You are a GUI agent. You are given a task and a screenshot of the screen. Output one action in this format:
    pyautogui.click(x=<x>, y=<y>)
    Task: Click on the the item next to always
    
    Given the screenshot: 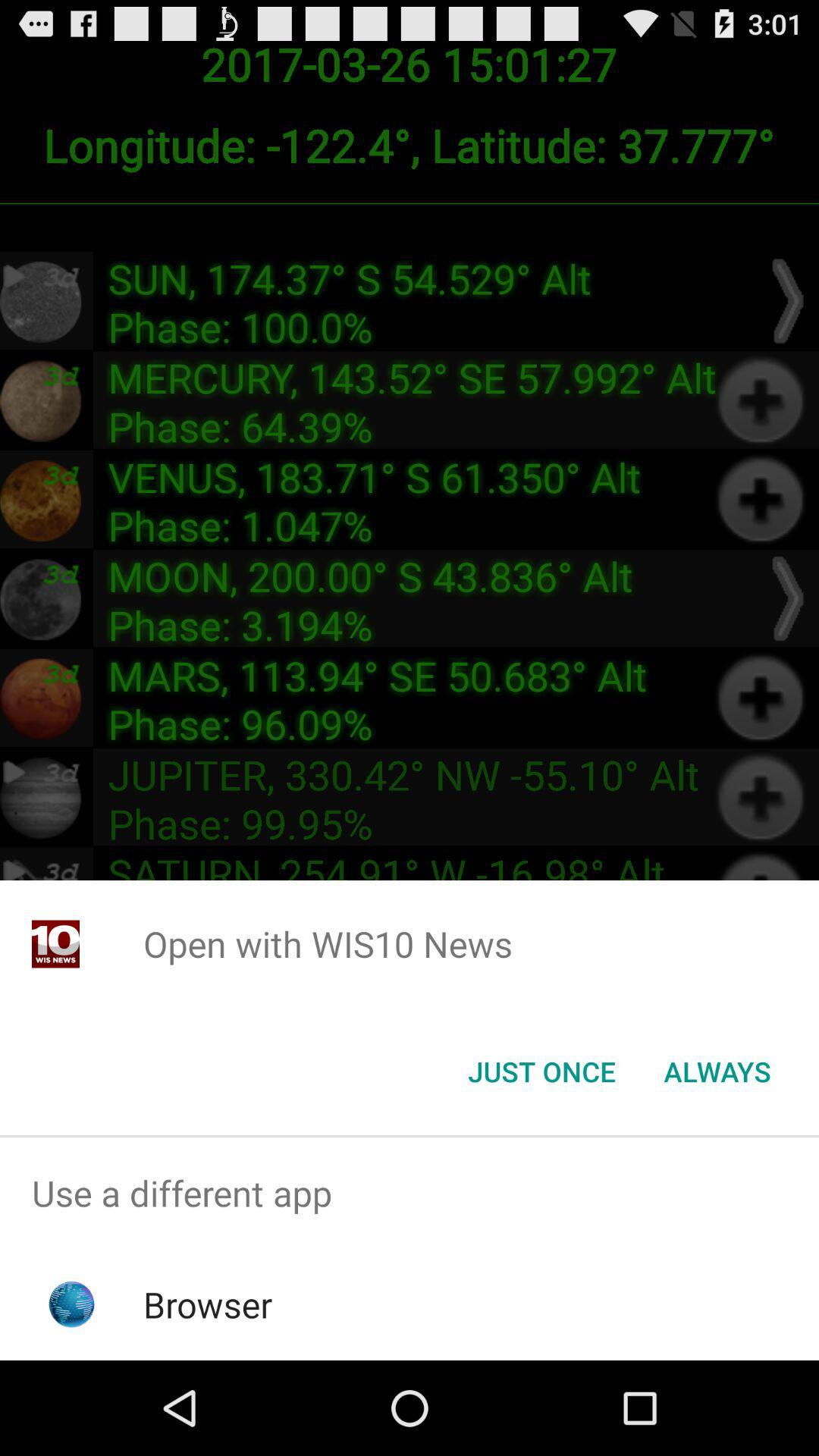 What is the action you would take?
    pyautogui.click(x=541, y=1070)
    